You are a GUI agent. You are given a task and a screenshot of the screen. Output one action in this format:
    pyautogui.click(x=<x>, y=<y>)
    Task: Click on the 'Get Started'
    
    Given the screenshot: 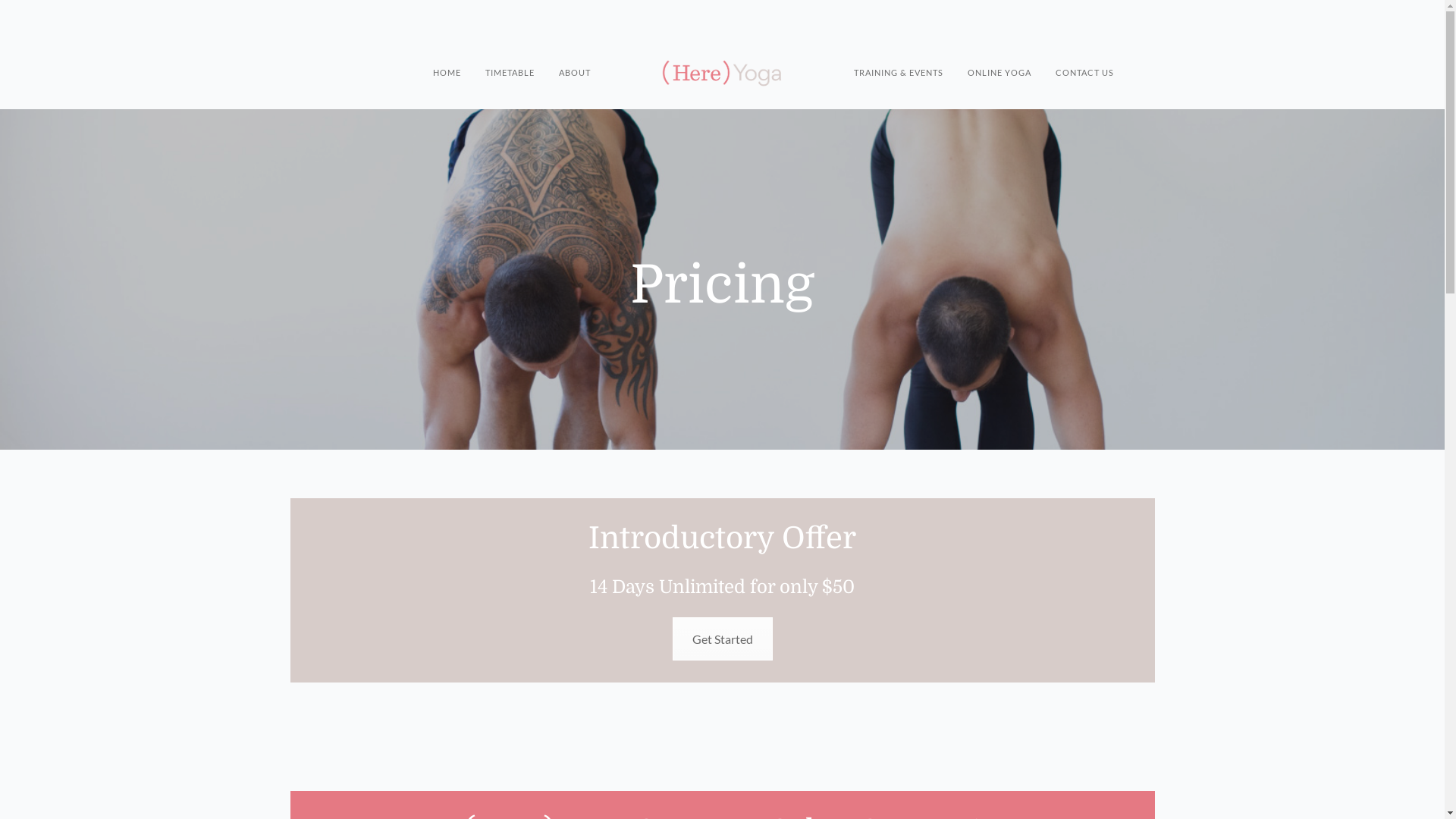 What is the action you would take?
    pyautogui.click(x=720, y=639)
    